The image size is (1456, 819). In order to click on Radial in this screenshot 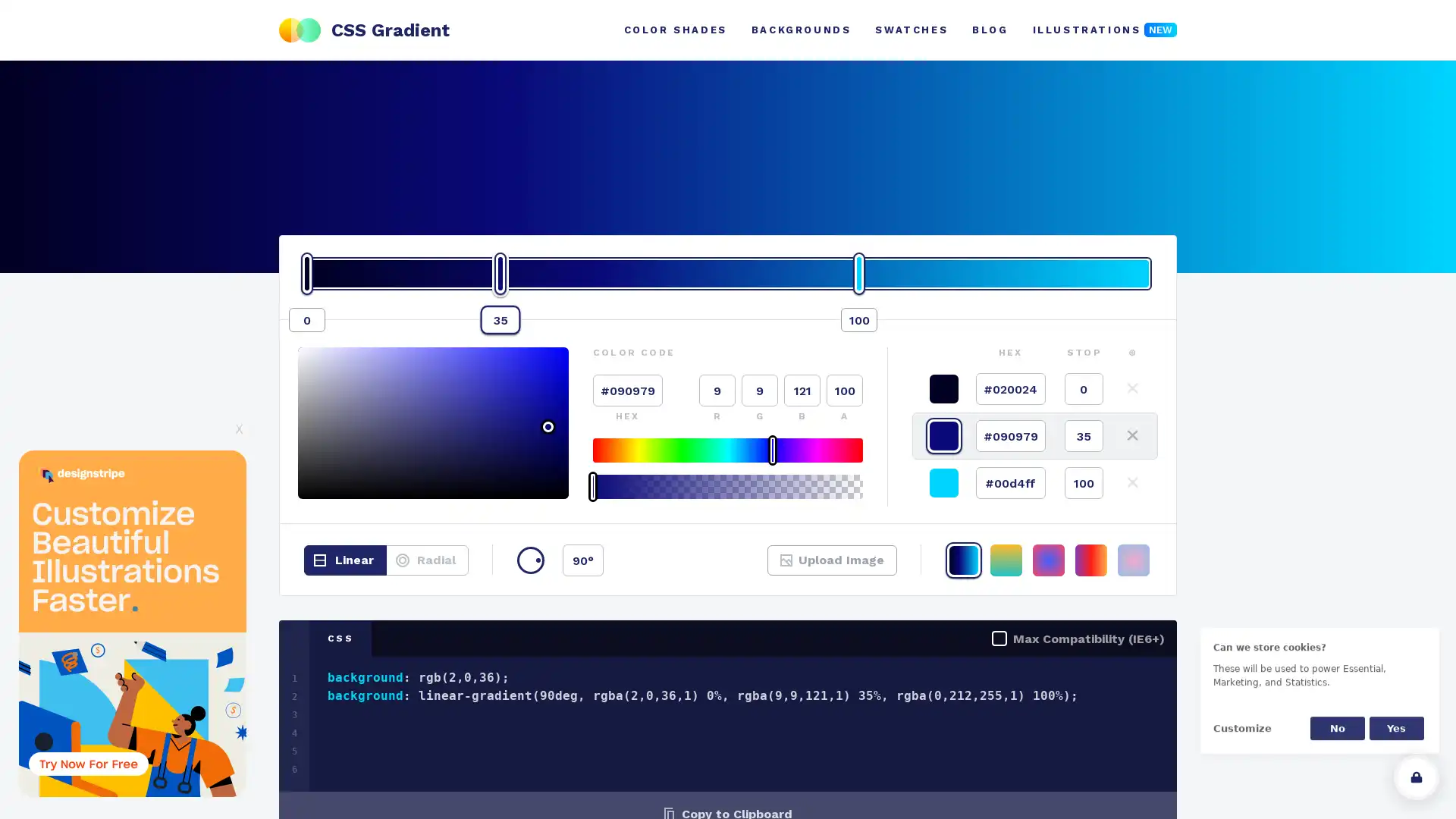, I will do `click(426, 560)`.